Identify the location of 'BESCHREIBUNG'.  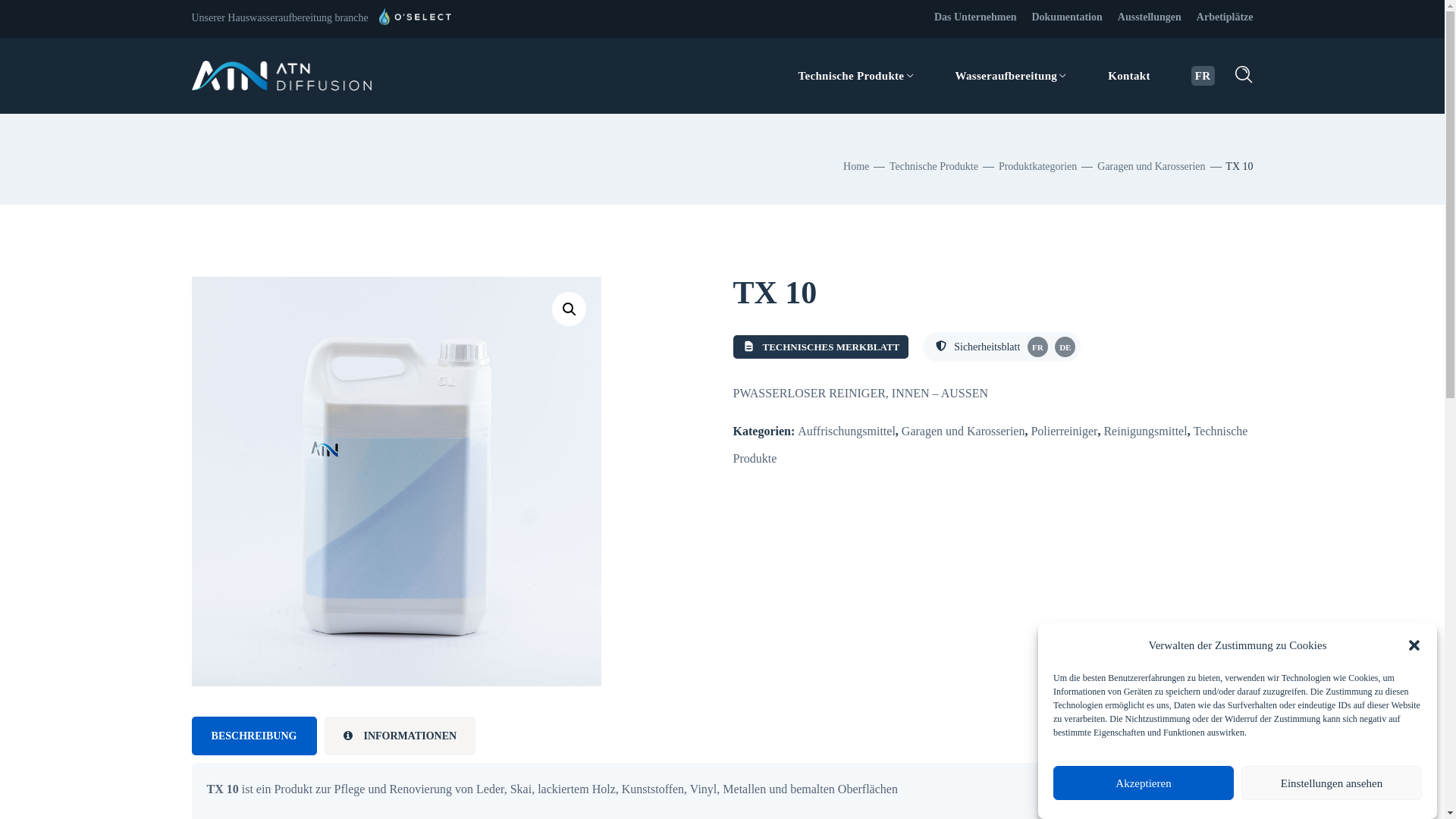
(253, 735).